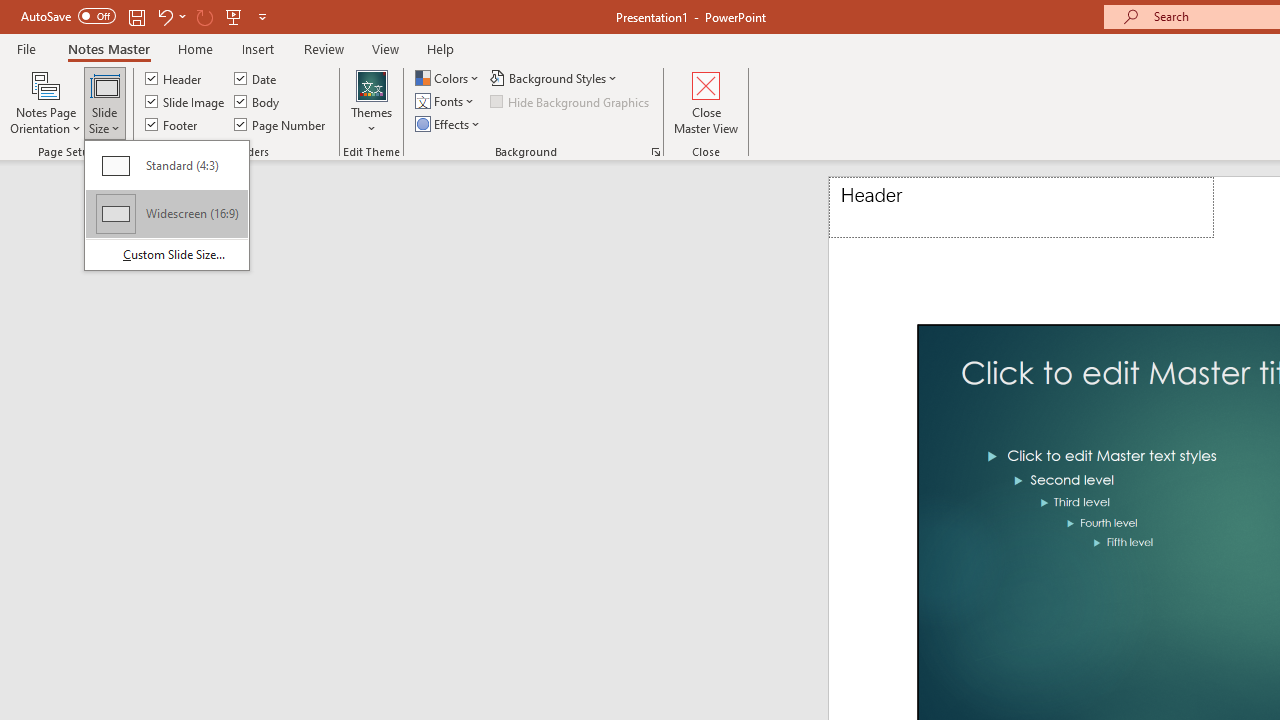 The width and height of the screenshot is (1280, 720). I want to click on 'Notes Master', so click(107, 48).